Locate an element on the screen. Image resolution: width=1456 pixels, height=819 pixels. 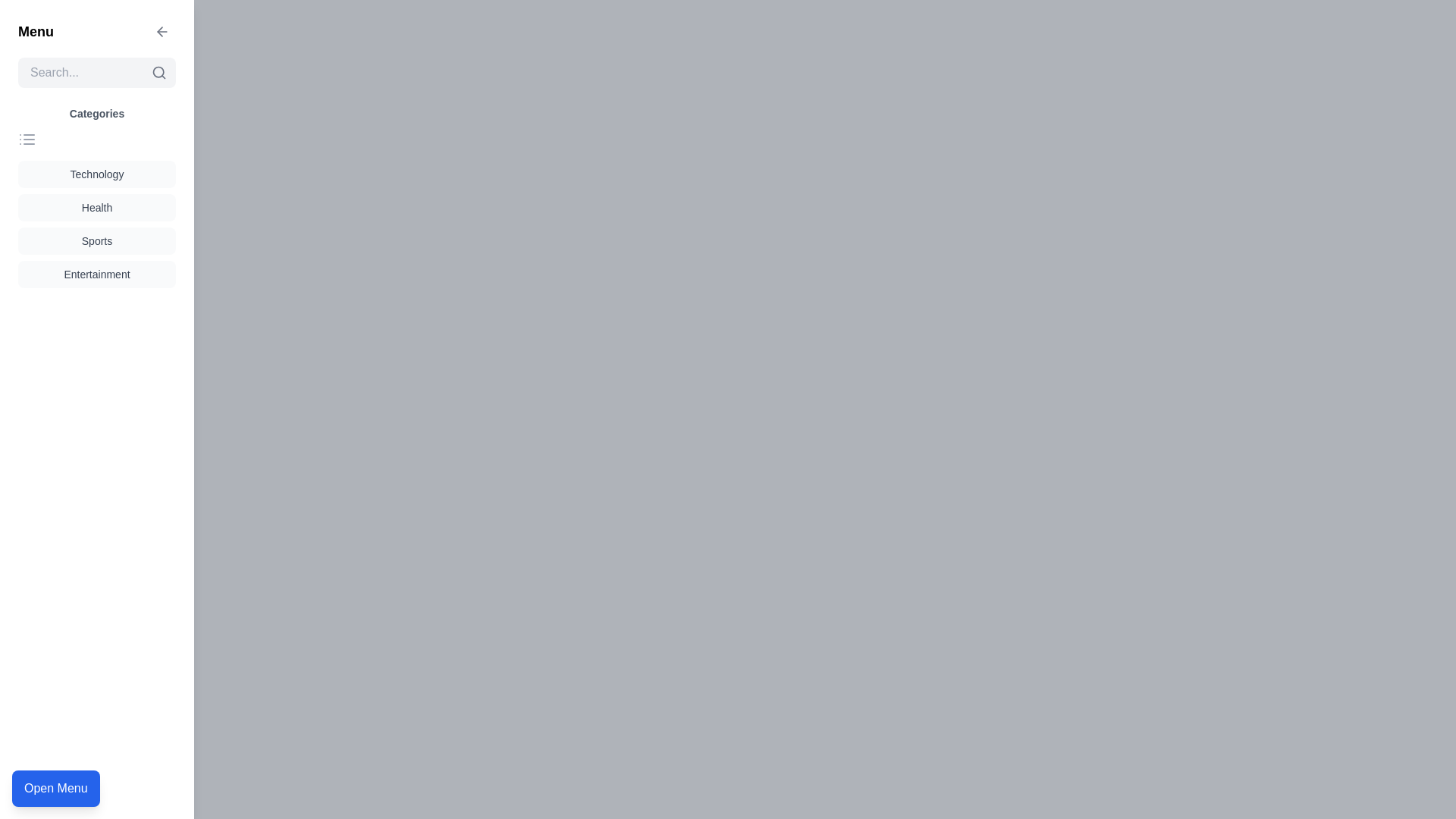
the 'Health' category button located in the left sidebar is located at coordinates (96, 207).